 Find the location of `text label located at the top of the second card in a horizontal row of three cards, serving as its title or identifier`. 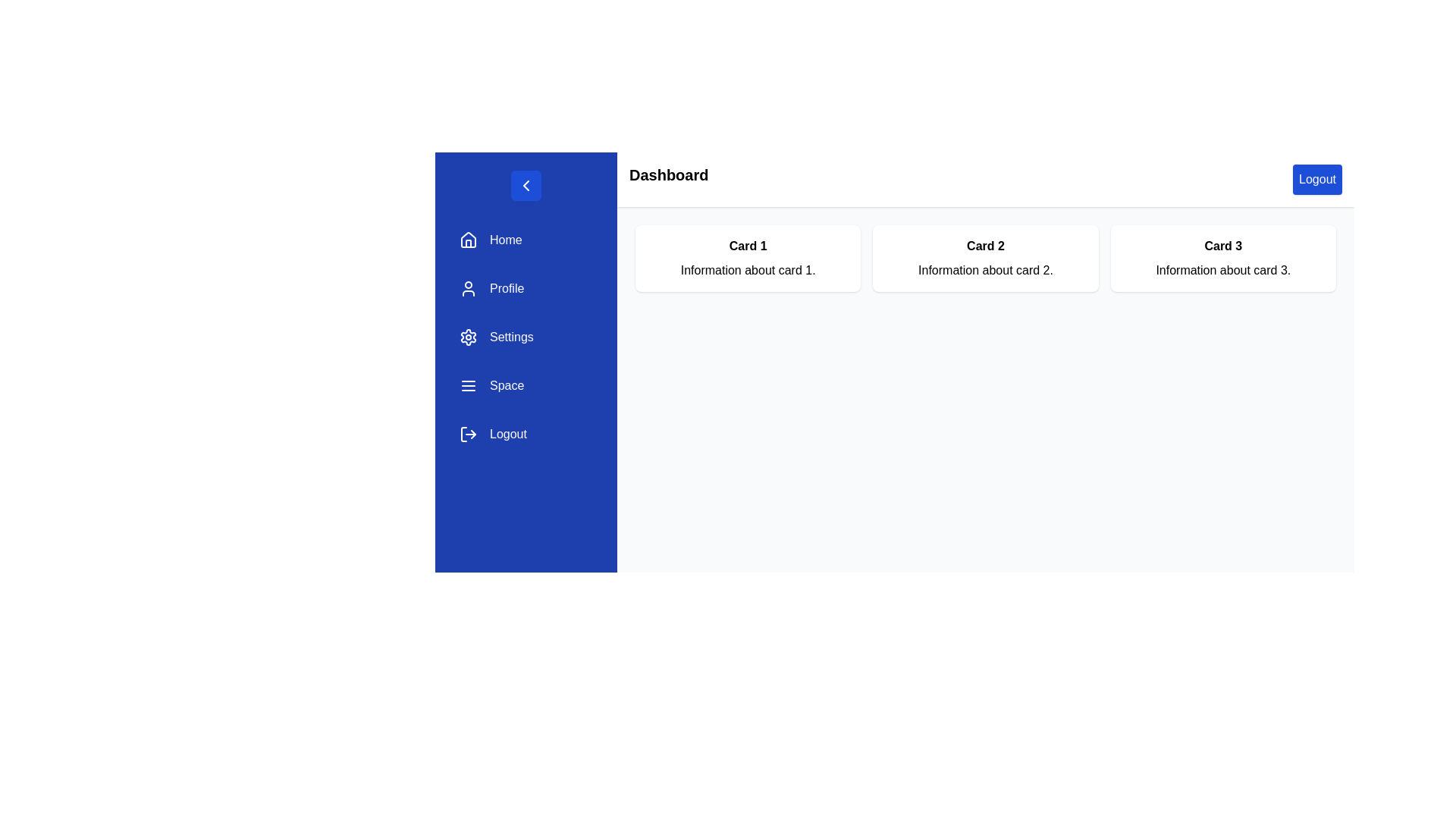

text label located at the top of the second card in a horizontal row of three cards, serving as its title or identifier is located at coordinates (986, 245).